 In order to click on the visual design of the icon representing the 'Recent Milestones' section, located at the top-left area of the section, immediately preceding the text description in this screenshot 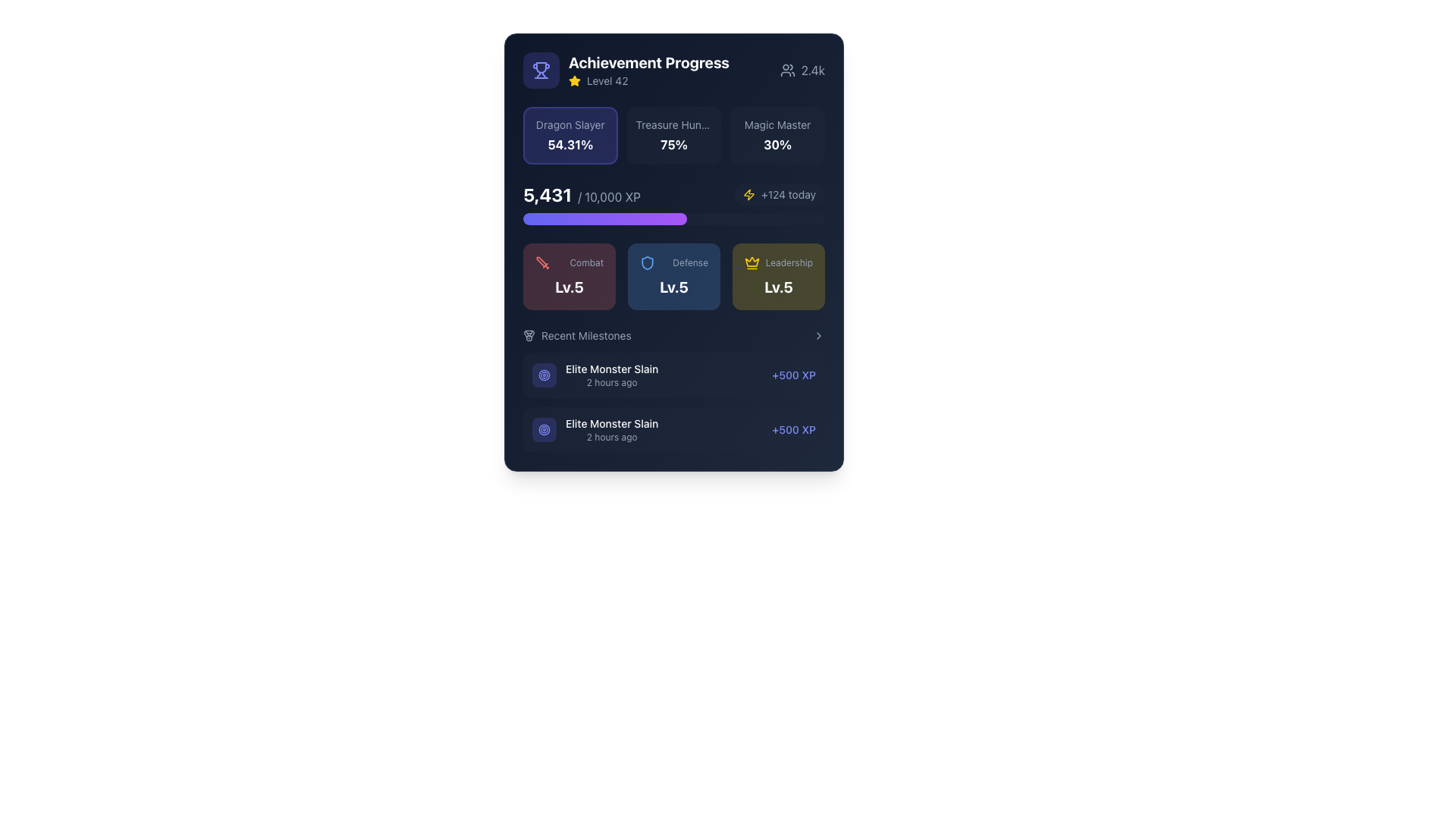, I will do `click(529, 335)`.